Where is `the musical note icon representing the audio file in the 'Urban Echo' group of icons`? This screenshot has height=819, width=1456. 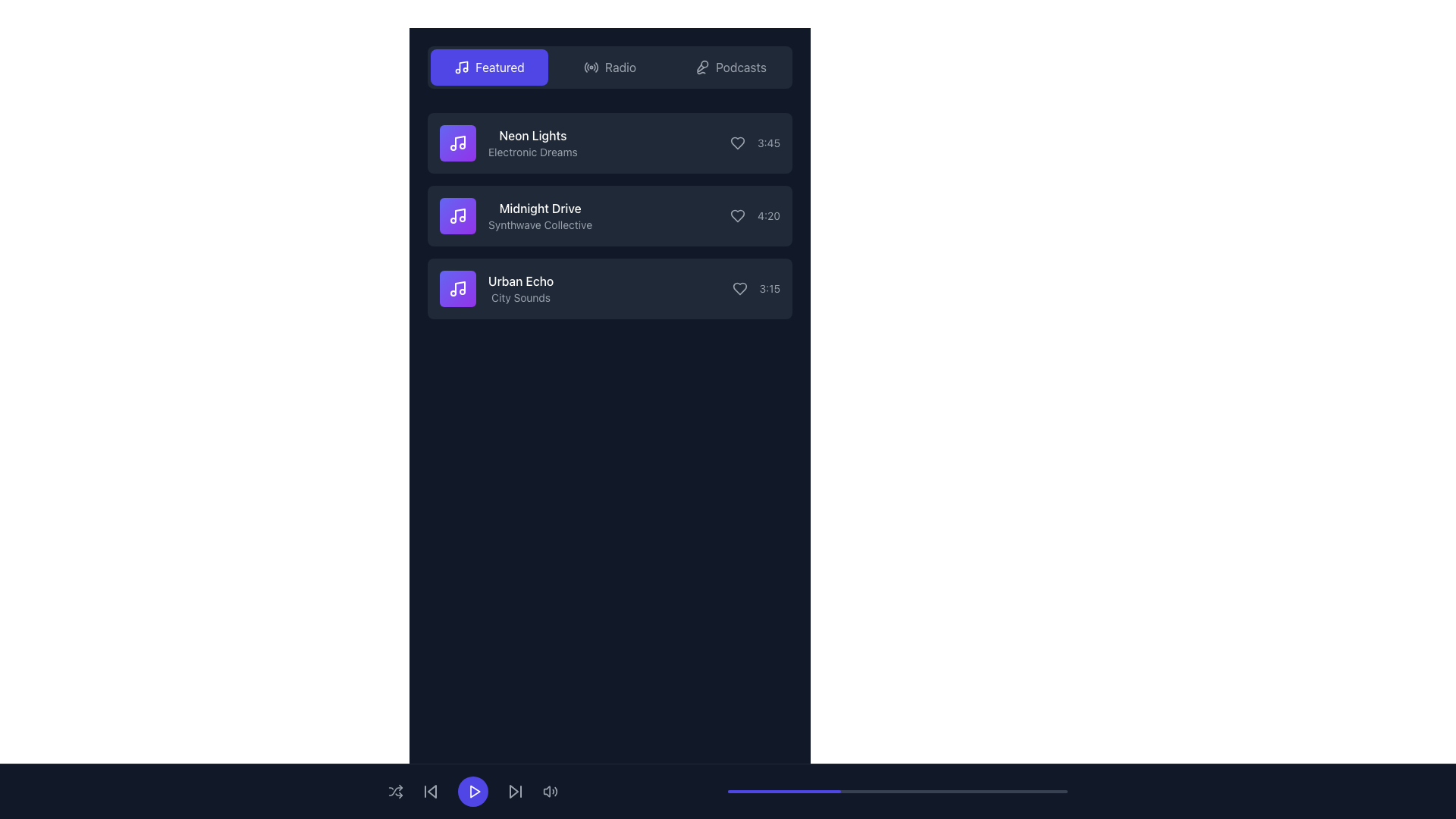
the musical note icon representing the audio file in the 'Urban Echo' group of icons is located at coordinates (459, 287).